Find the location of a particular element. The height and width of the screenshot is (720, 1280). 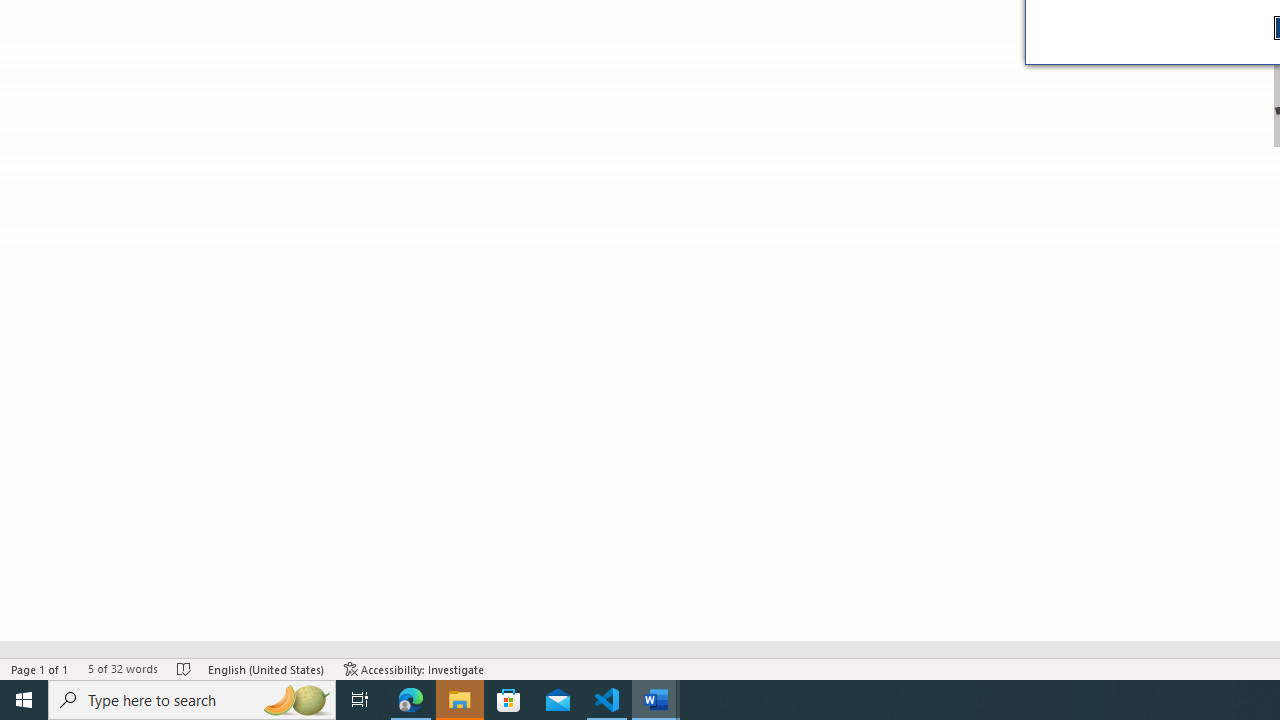

'Task View' is located at coordinates (359, 698).